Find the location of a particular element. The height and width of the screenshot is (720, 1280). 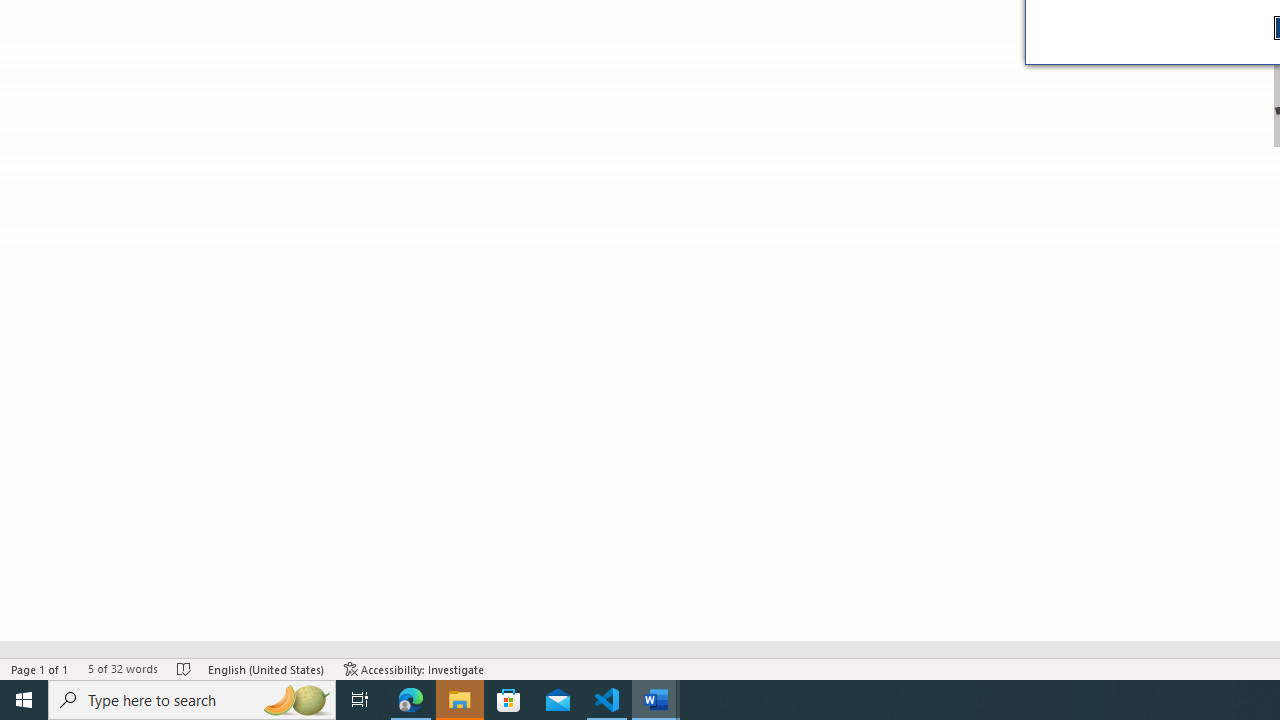

'Task View' is located at coordinates (359, 698).